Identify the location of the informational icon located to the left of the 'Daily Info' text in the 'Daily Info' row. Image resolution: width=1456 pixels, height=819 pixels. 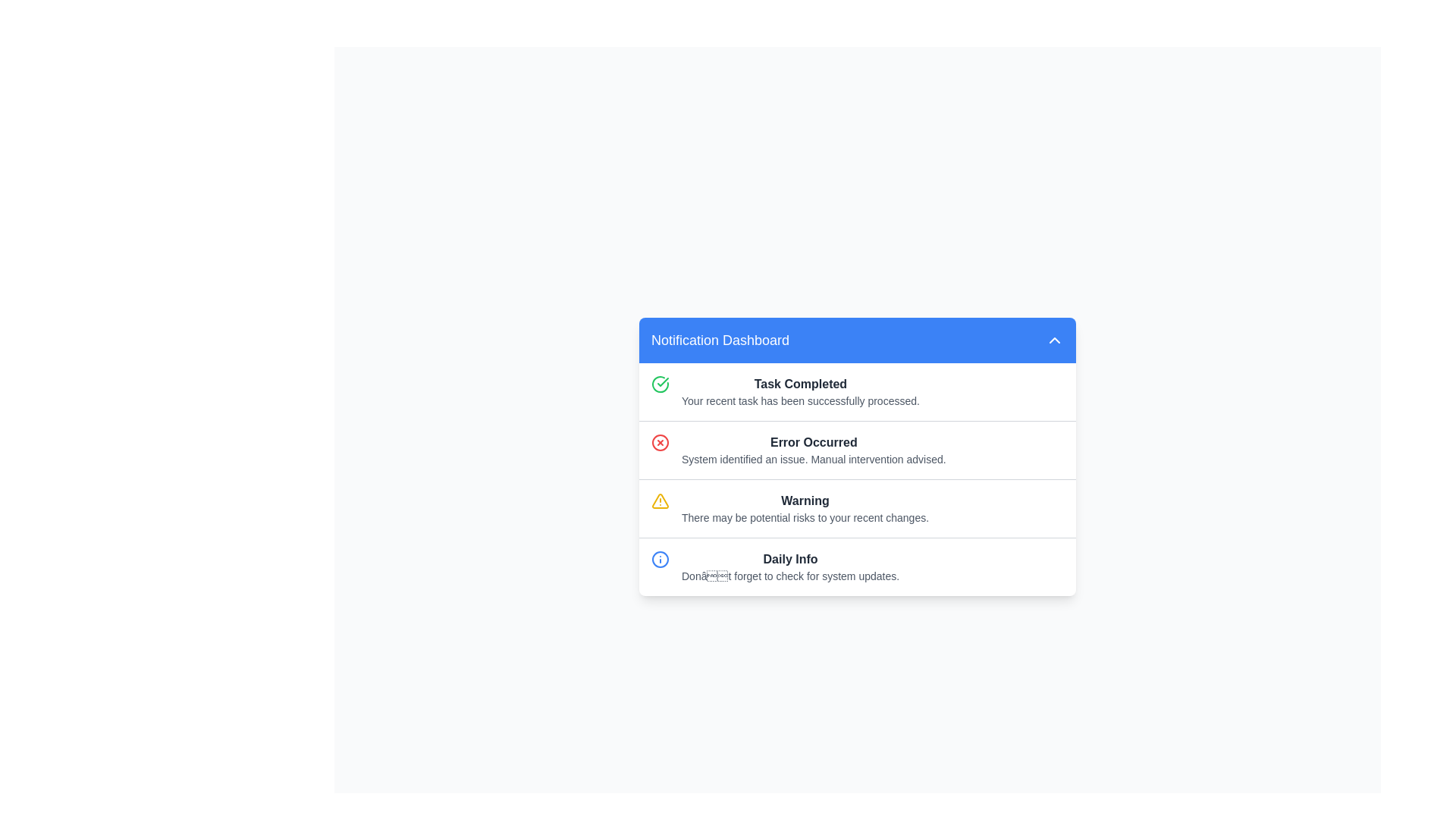
(660, 566).